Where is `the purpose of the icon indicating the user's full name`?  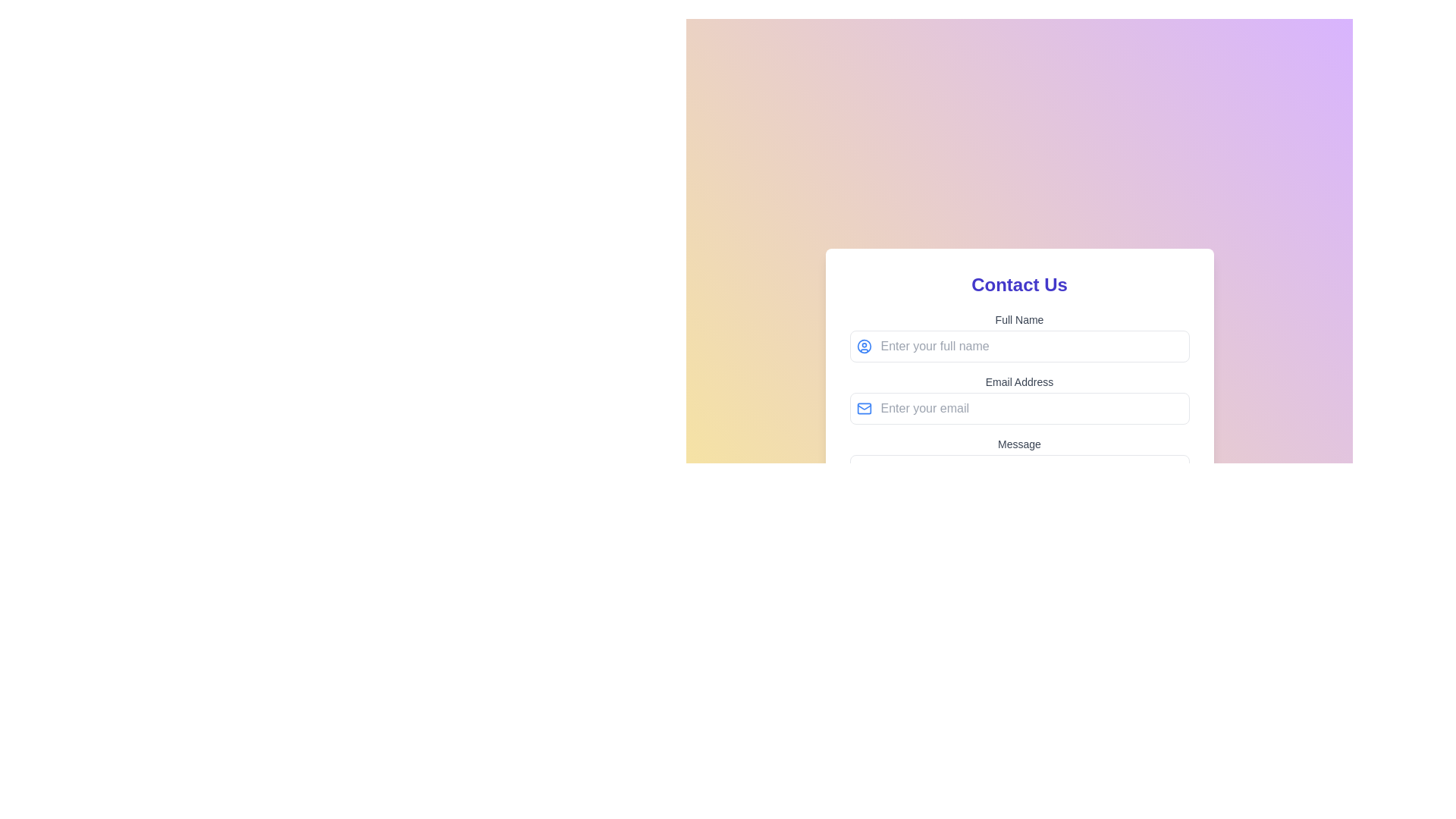
the purpose of the icon indicating the user's full name is located at coordinates (864, 346).